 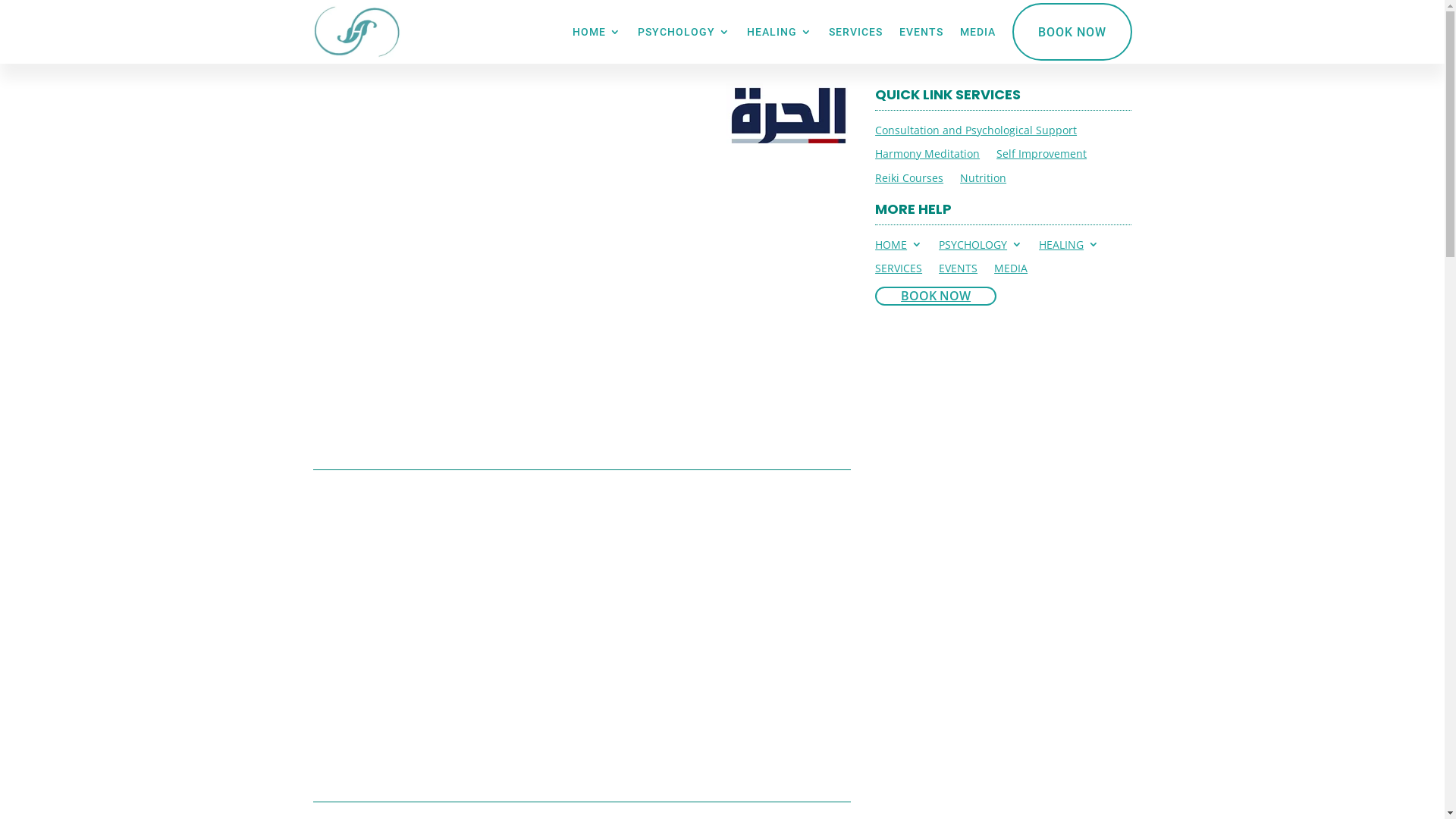 I want to click on 'Reiki Courses', so click(x=909, y=180).